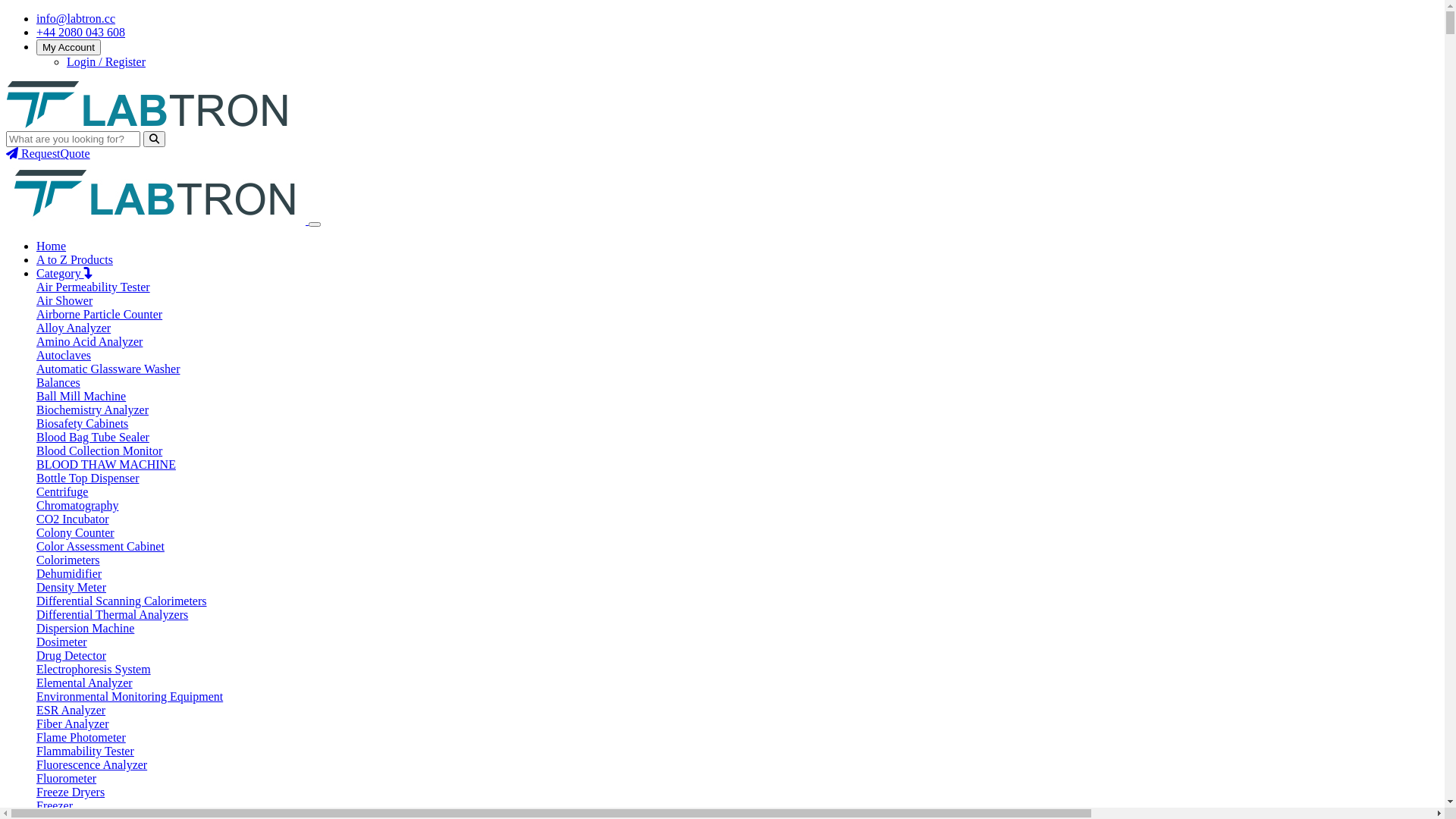 This screenshot has width=1456, height=819. What do you see at coordinates (67, 560) in the screenshot?
I see `'Colorimeters'` at bounding box center [67, 560].